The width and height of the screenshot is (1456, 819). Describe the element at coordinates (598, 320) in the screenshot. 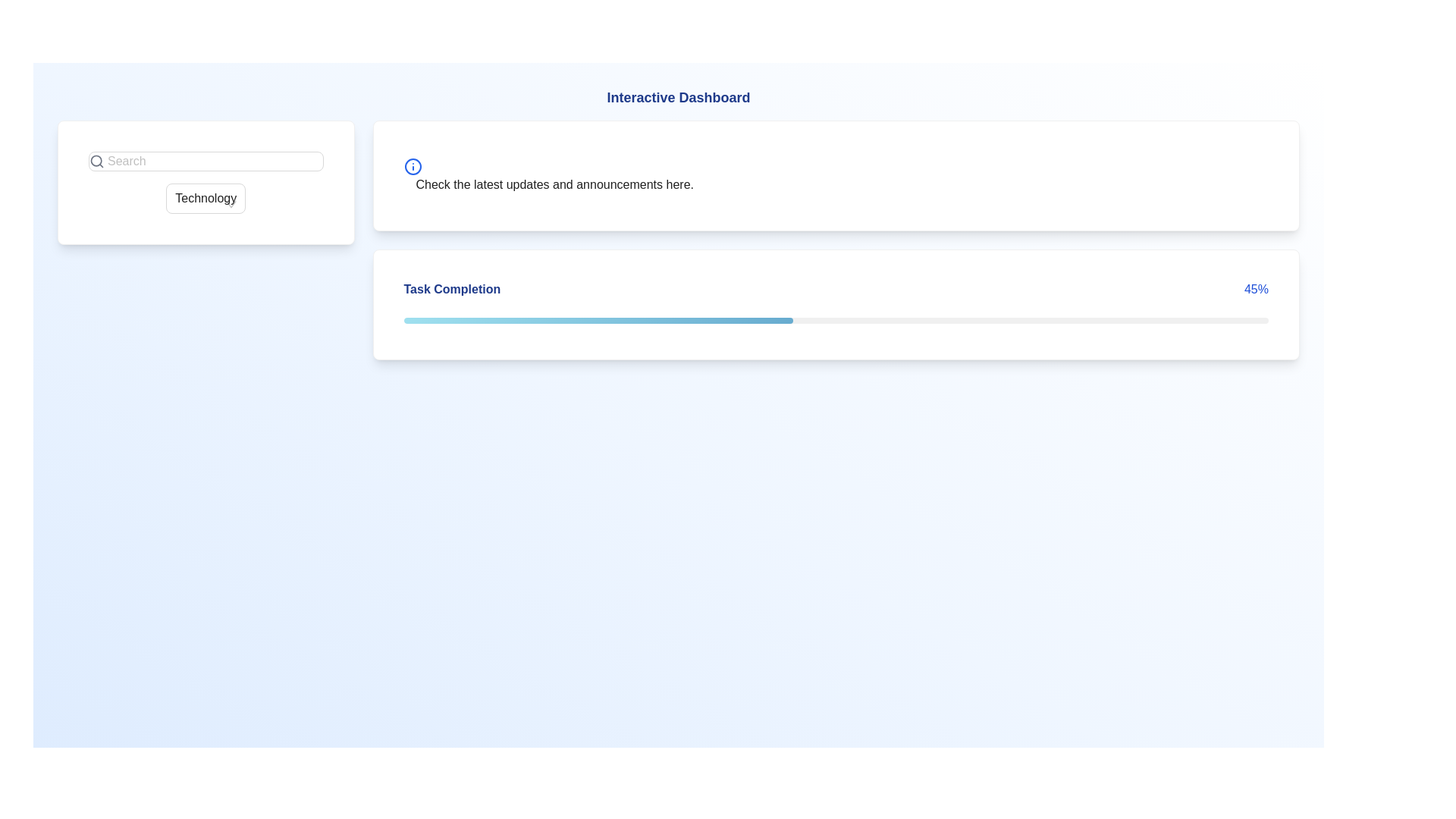

I see `the progress bar that visually represents the completion percentage of a task, which is located below the 'Task Completion' label and displays '45%'` at that location.